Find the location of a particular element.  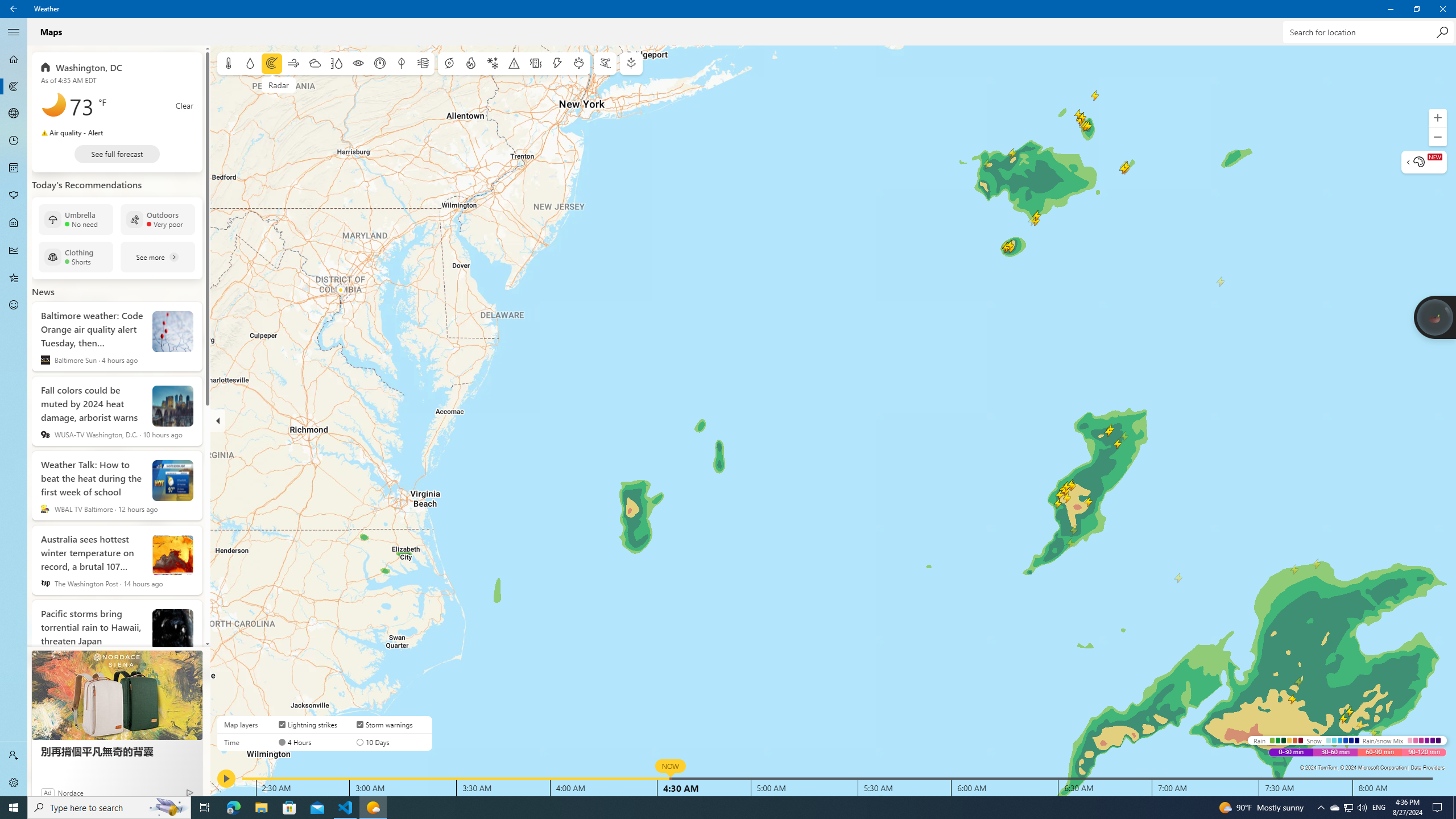

'Historical Weather - Not Selected' is located at coordinates (14, 249).